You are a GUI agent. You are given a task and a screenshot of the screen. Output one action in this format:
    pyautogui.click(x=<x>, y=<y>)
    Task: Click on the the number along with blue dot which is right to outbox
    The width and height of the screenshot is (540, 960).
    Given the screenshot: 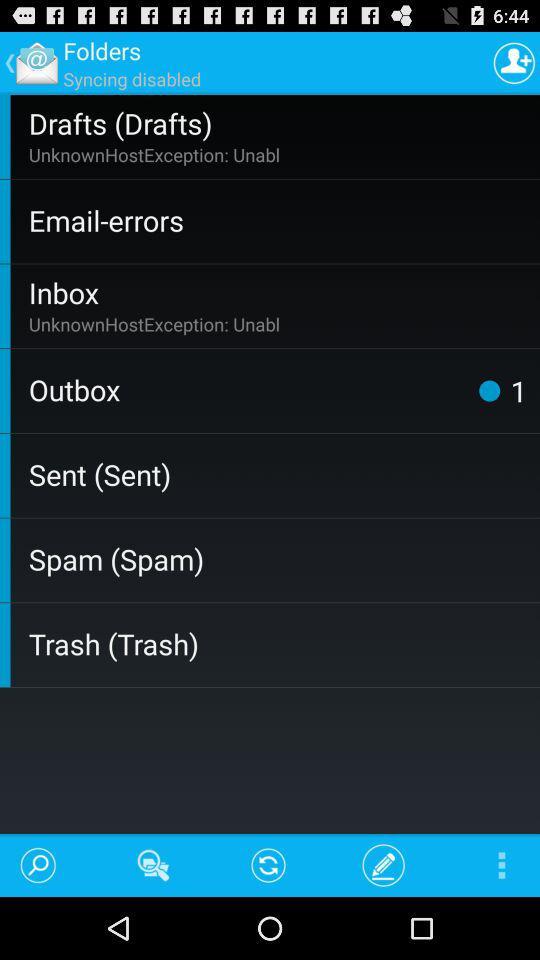 What is the action you would take?
    pyautogui.click(x=496, y=390)
    